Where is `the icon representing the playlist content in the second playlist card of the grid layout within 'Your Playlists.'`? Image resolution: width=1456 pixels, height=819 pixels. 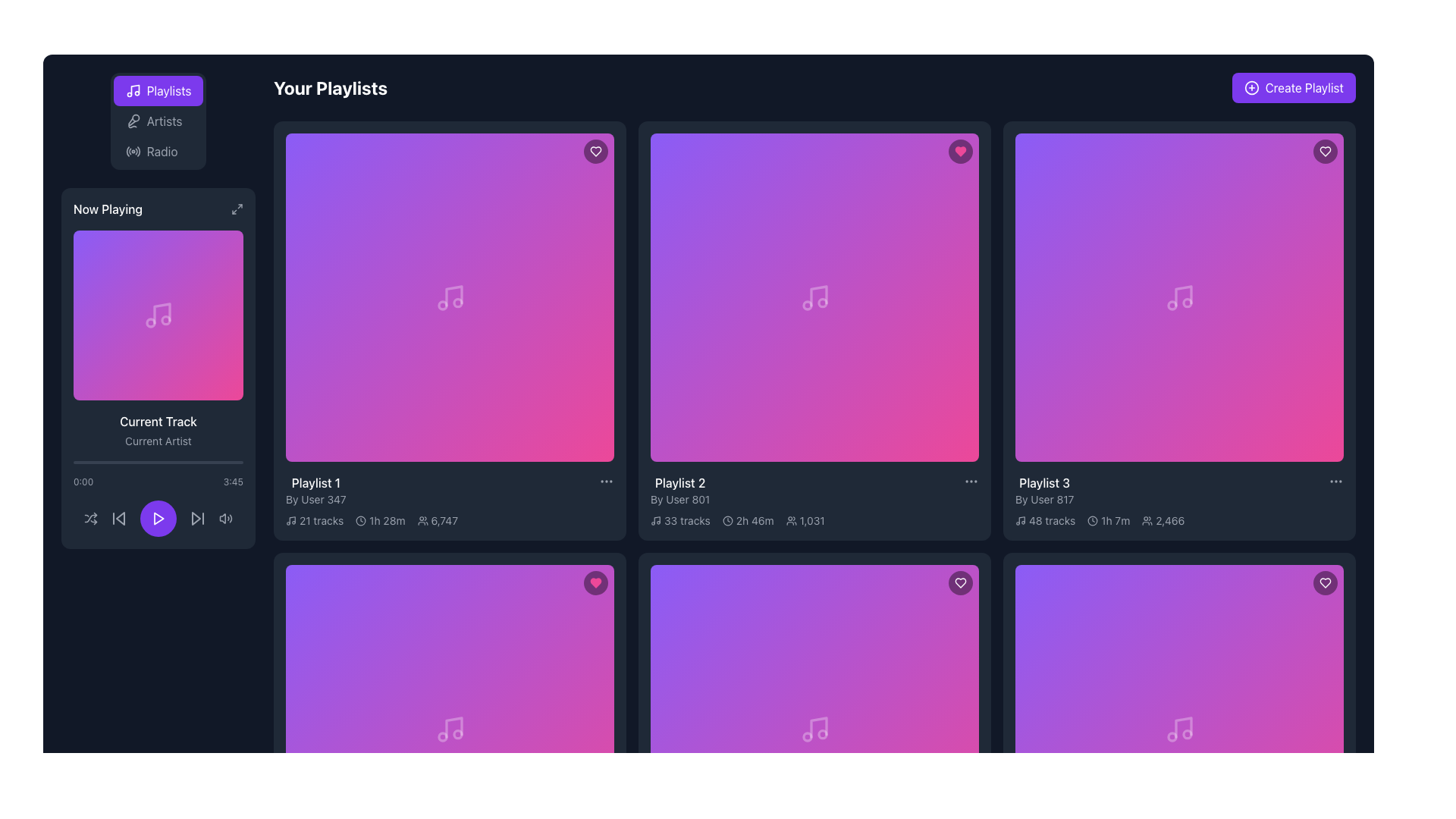 the icon representing the playlist content in the second playlist card of the grid layout within 'Your Playlists.' is located at coordinates (814, 297).